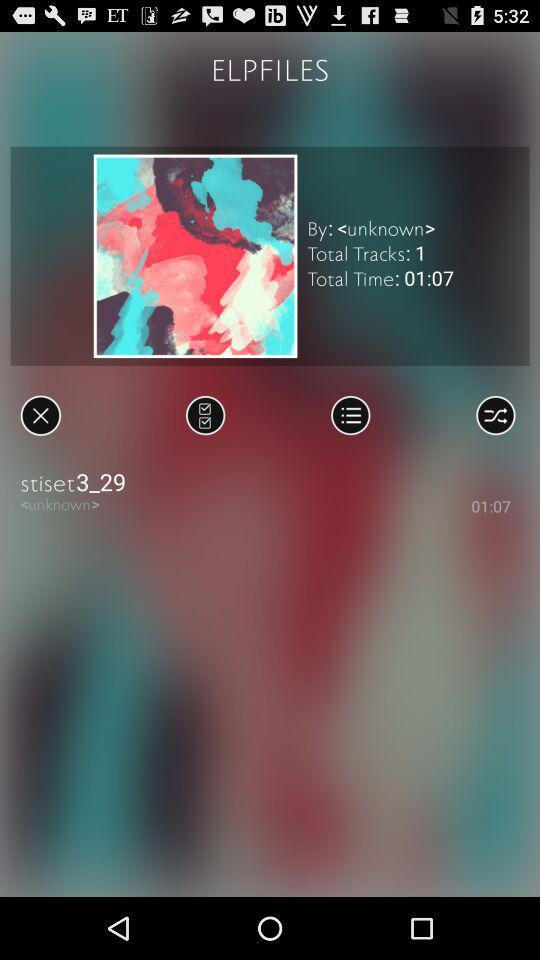  Describe the element at coordinates (270, 481) in the screenshot. I see `the stiset3_29 icon` at that location.